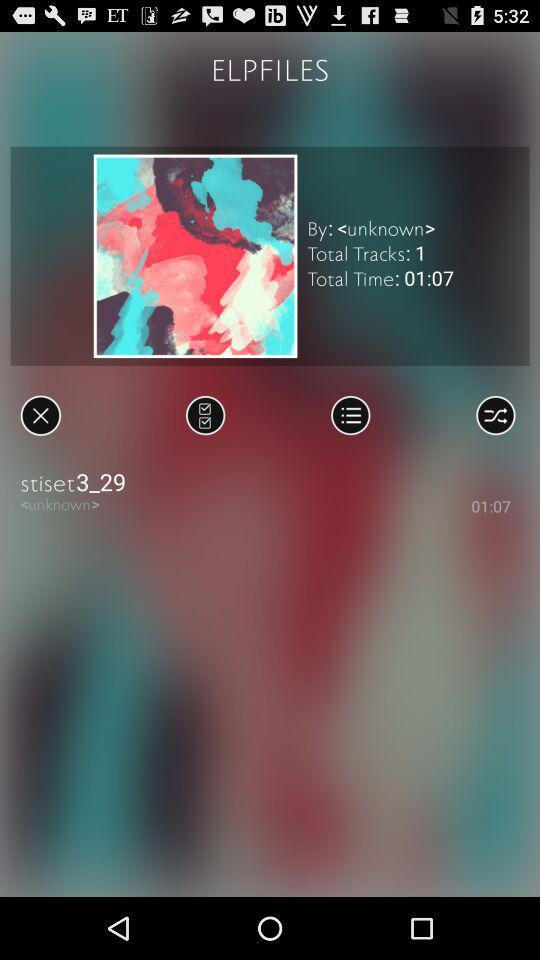  Describe the element at coordinates (270, 481) in the screenshot. I see `the stiset3_29 icon` at that location.